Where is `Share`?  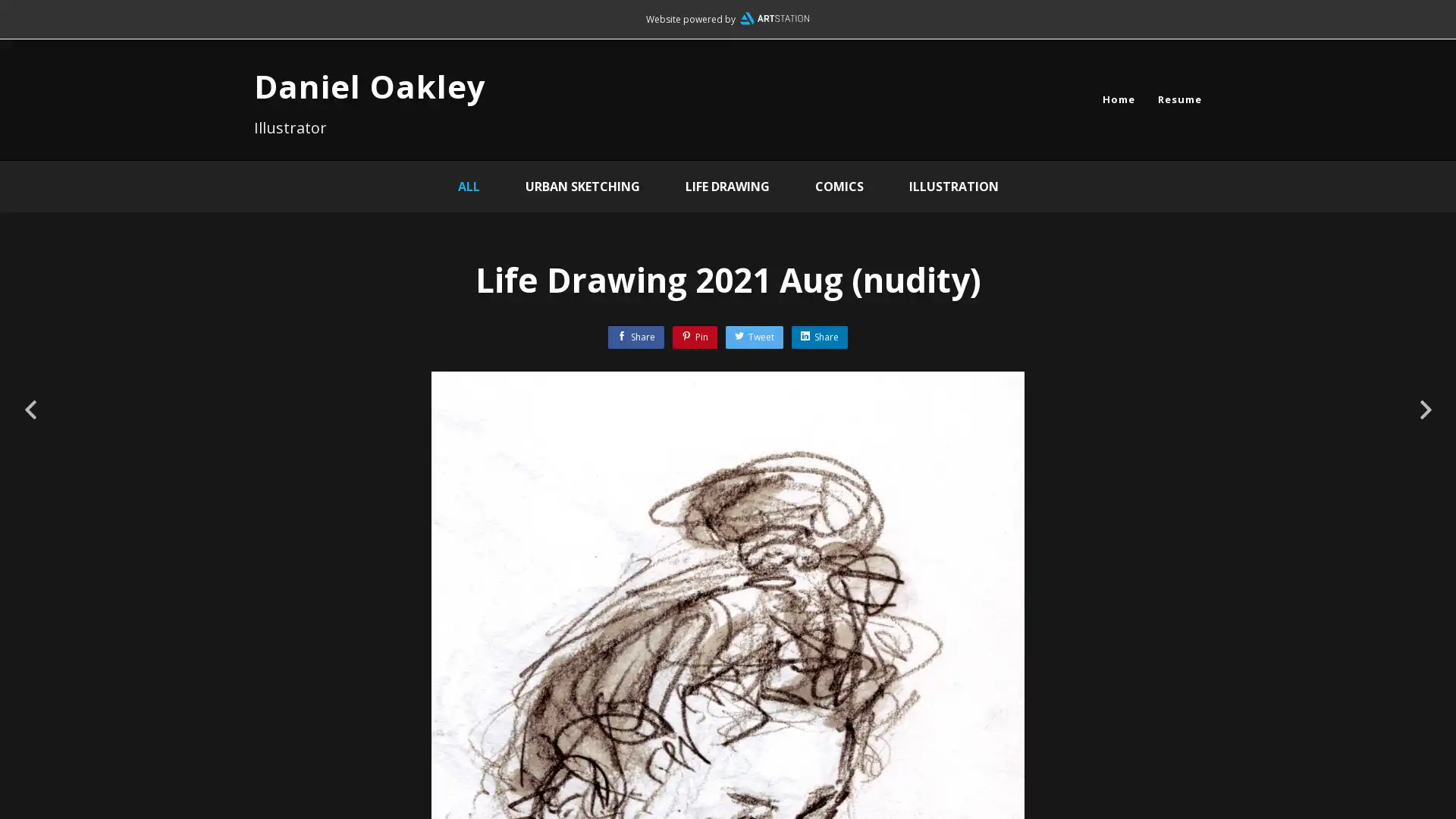
Share is located at coordinates (818, 336).